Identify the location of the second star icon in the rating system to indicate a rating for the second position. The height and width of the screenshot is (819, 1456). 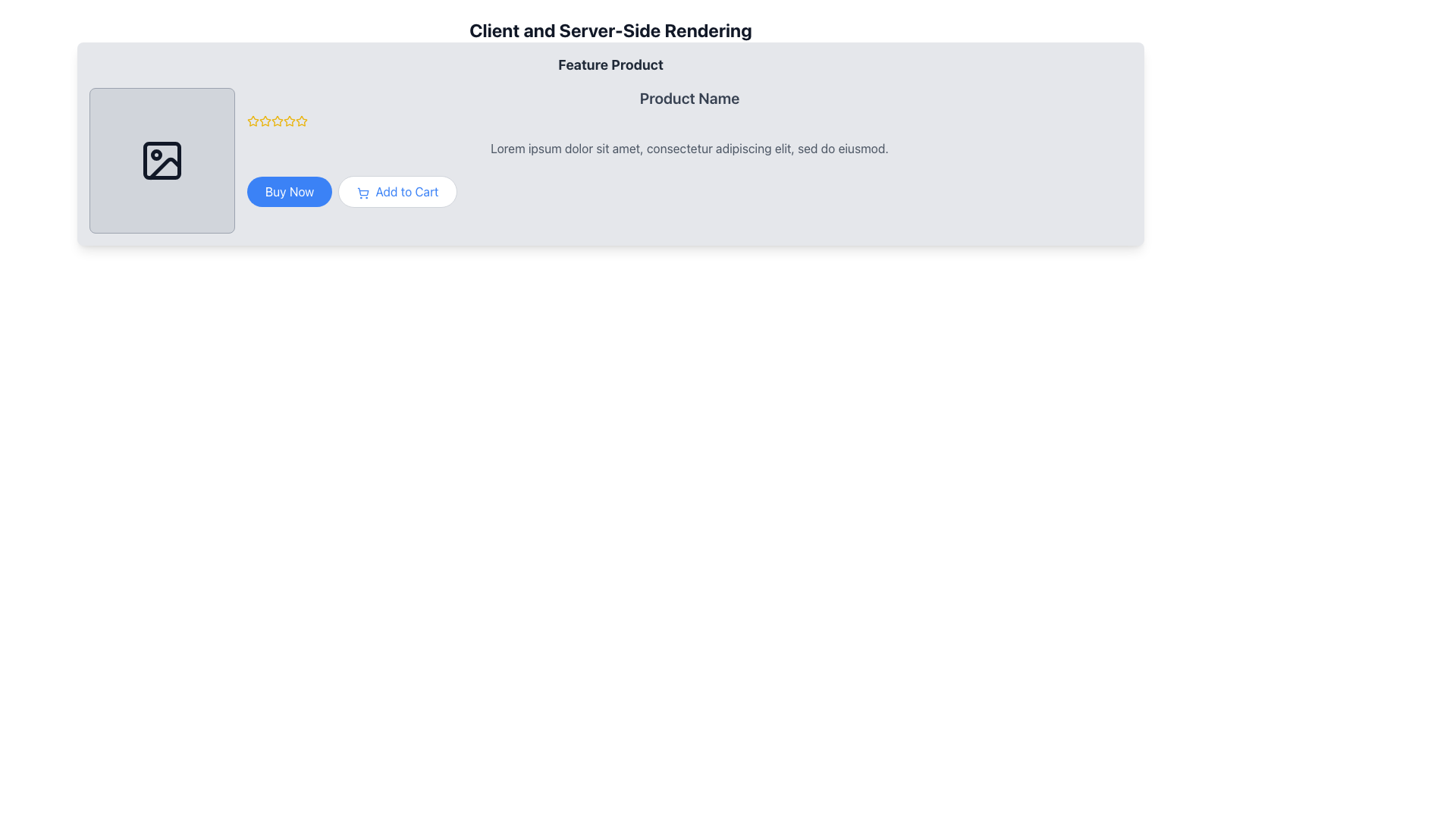
(277, 120).